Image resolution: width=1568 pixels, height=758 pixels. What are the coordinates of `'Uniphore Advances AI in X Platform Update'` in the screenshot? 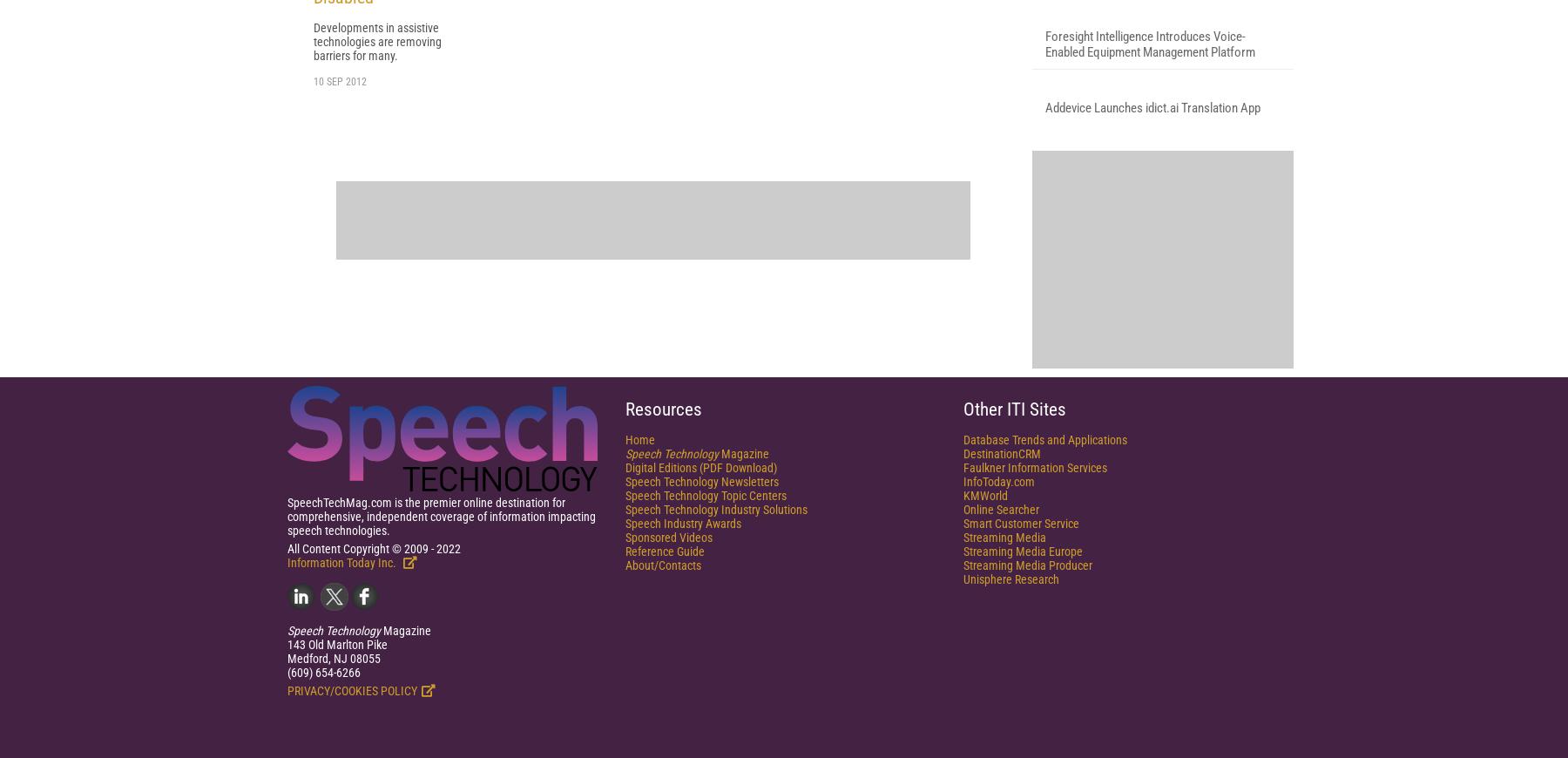 It's located at (1153, 132).